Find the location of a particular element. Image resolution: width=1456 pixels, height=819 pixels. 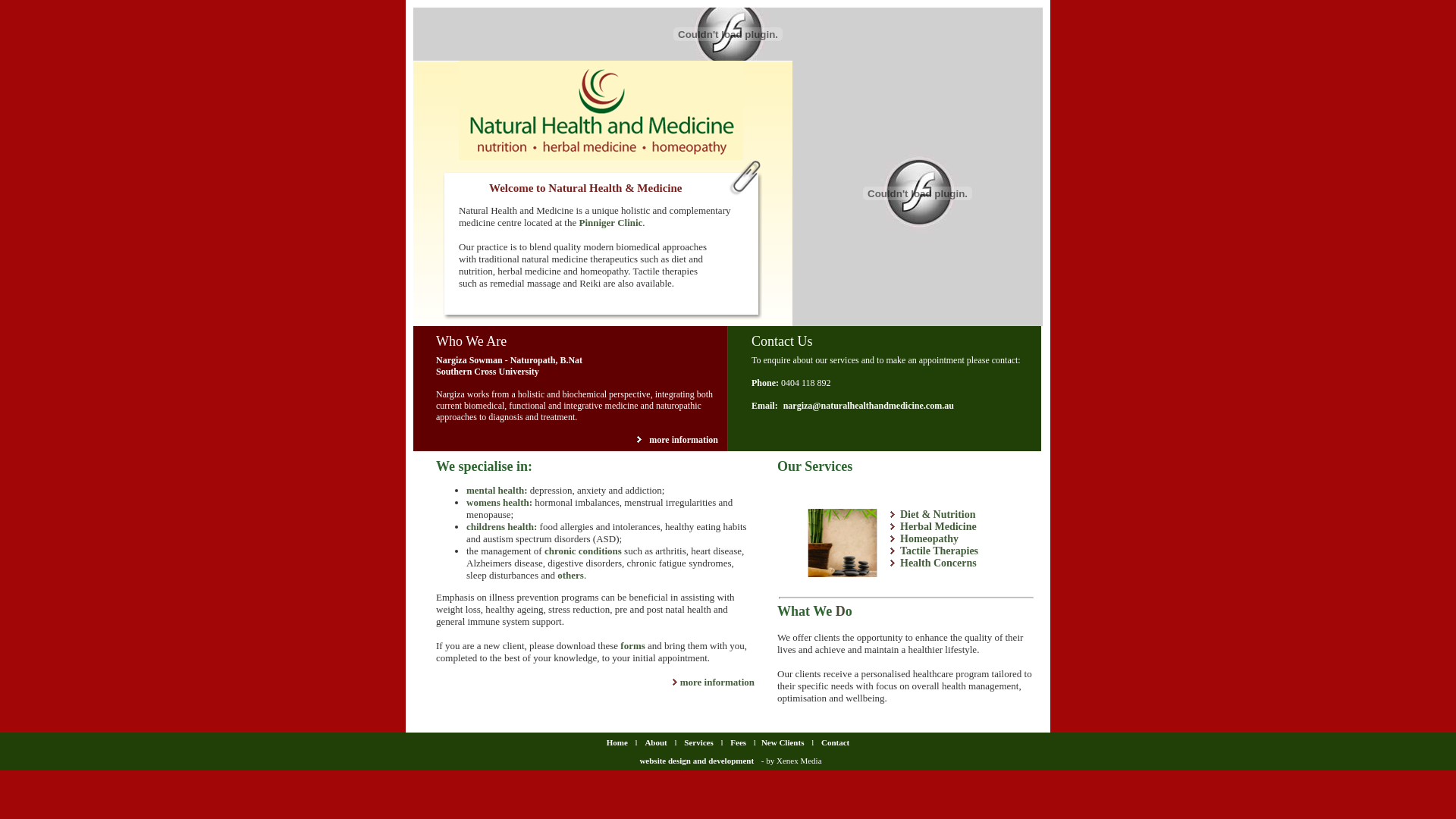

':' is located at coordinates (531, 502).